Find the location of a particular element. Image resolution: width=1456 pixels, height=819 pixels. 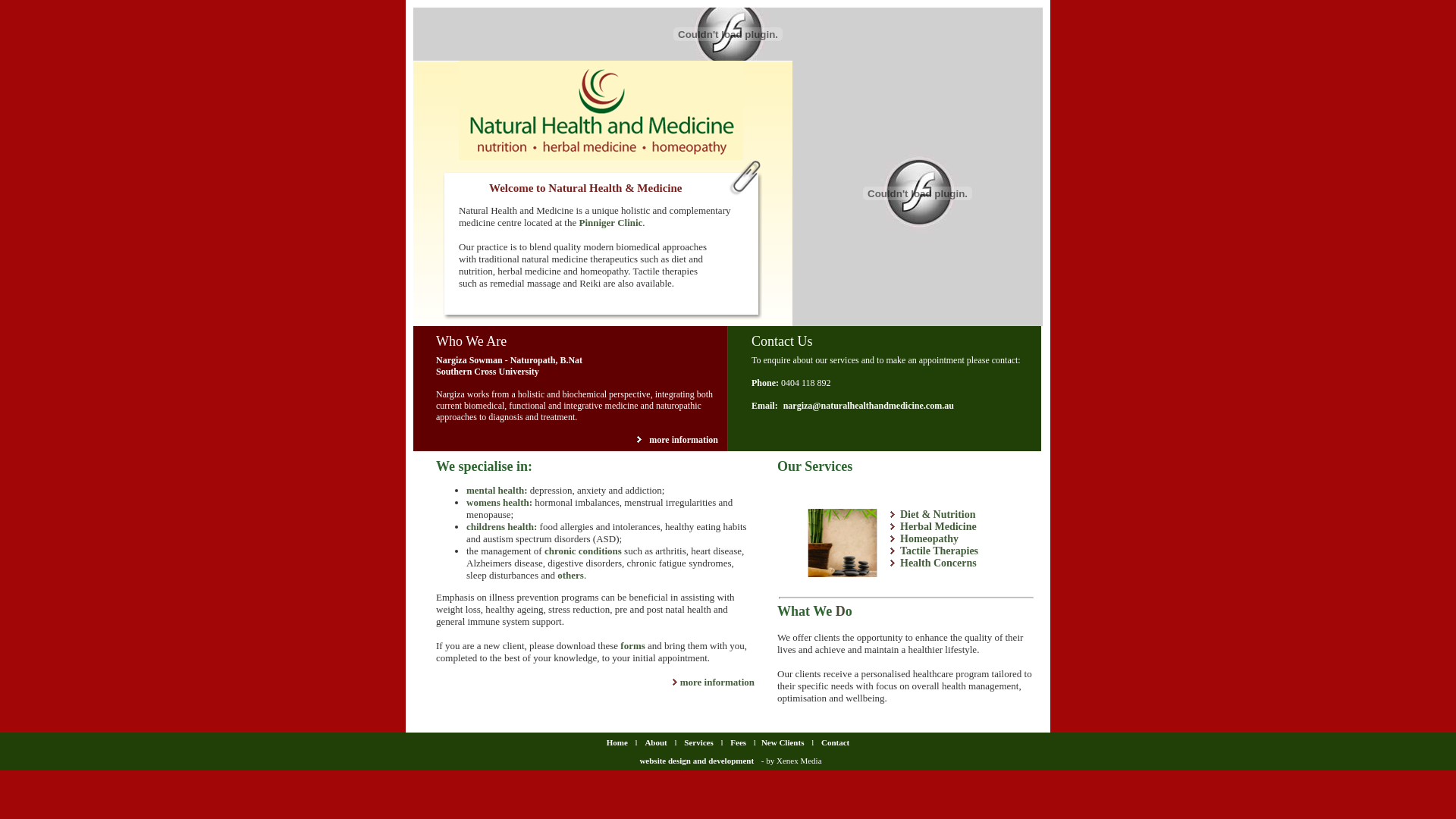

':' is located at coordinates (531, 502).